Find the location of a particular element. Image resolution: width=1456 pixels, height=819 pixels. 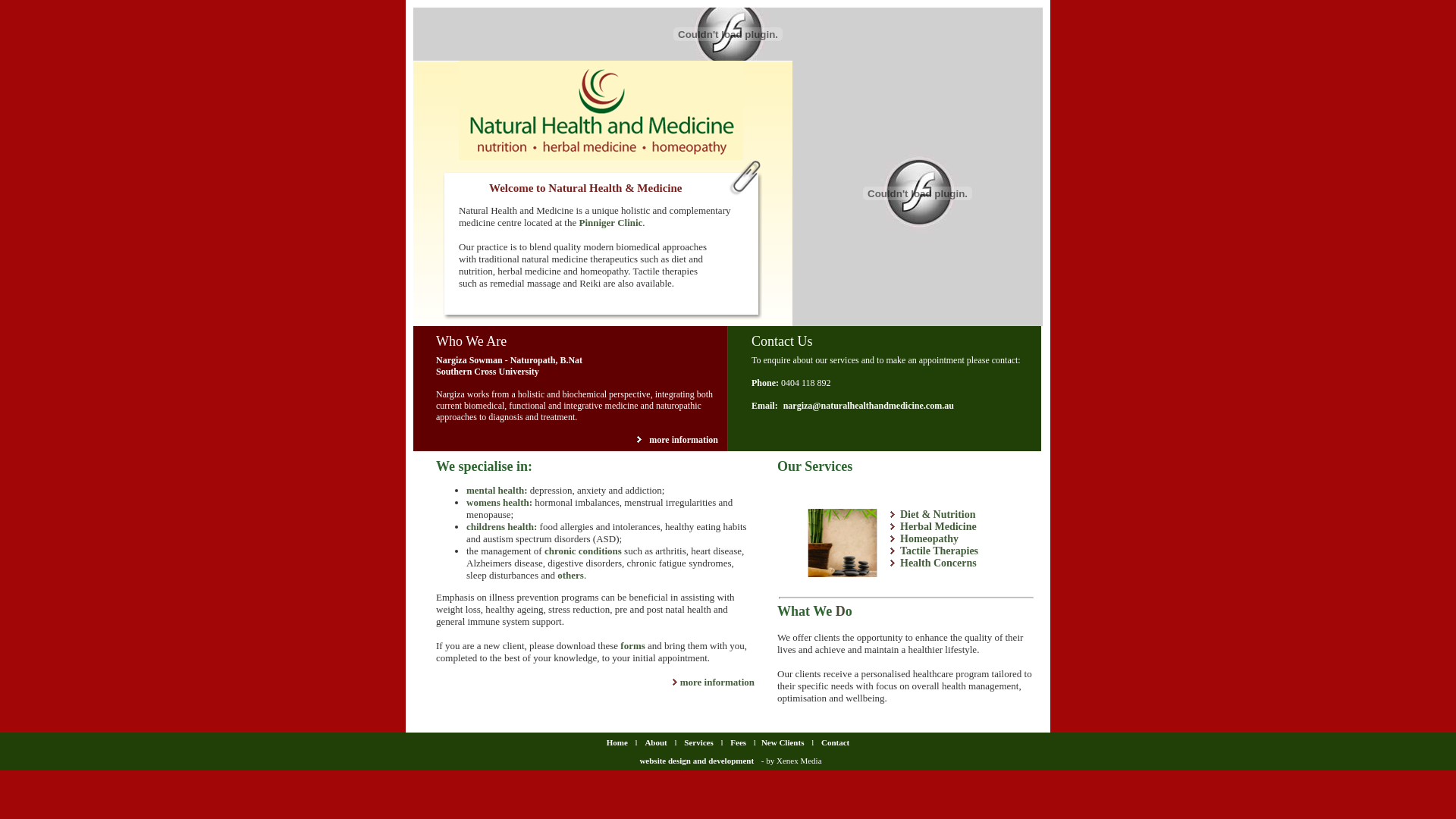

':' is located at coordinates (531, 502).